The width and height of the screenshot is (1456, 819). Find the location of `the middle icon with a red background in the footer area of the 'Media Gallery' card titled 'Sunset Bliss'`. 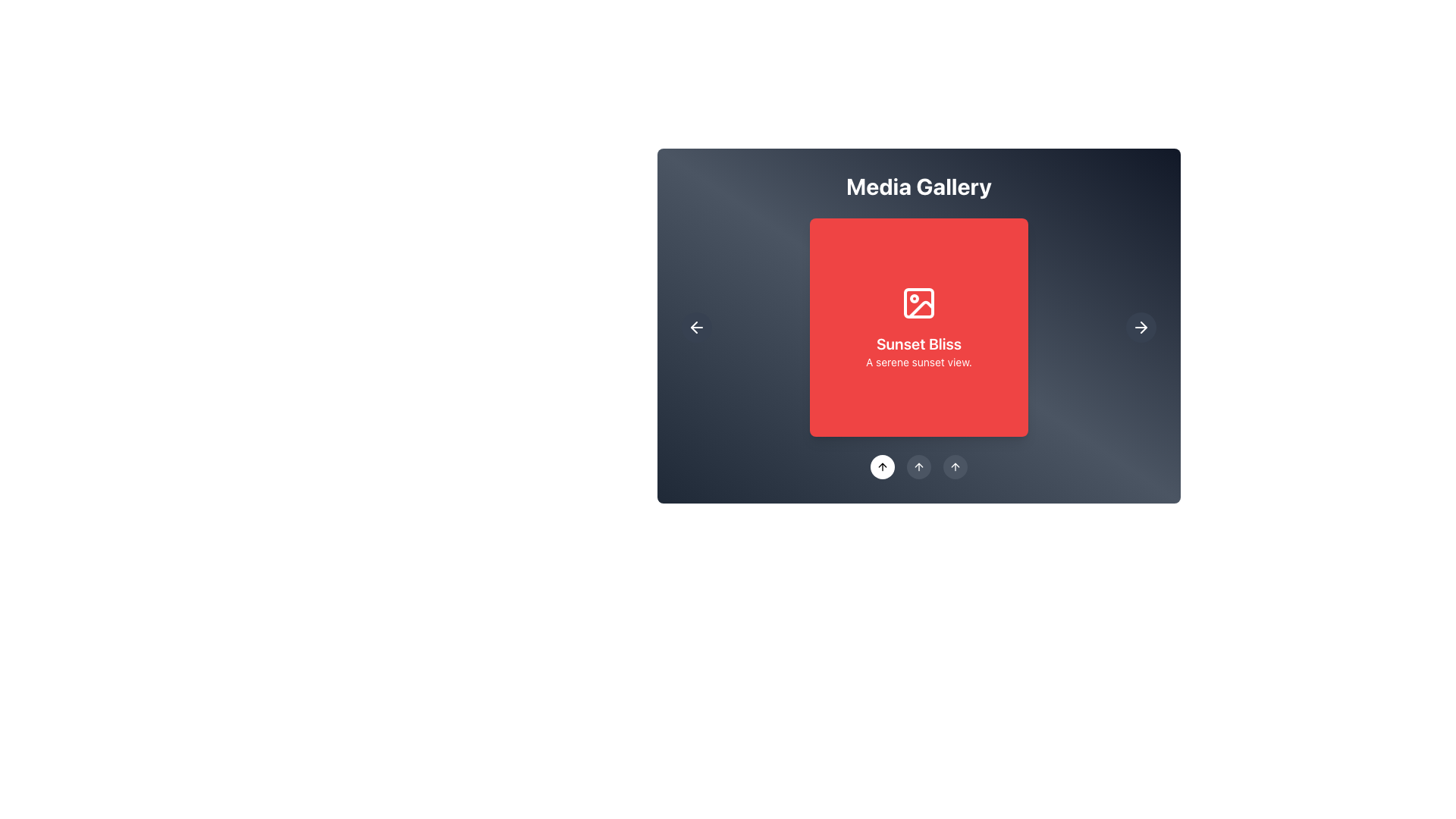

the middle icon with a red background in the footer area of the 'Media Gallery' card titled 'Sunset Bliss' is located at coordinates (918, 466).